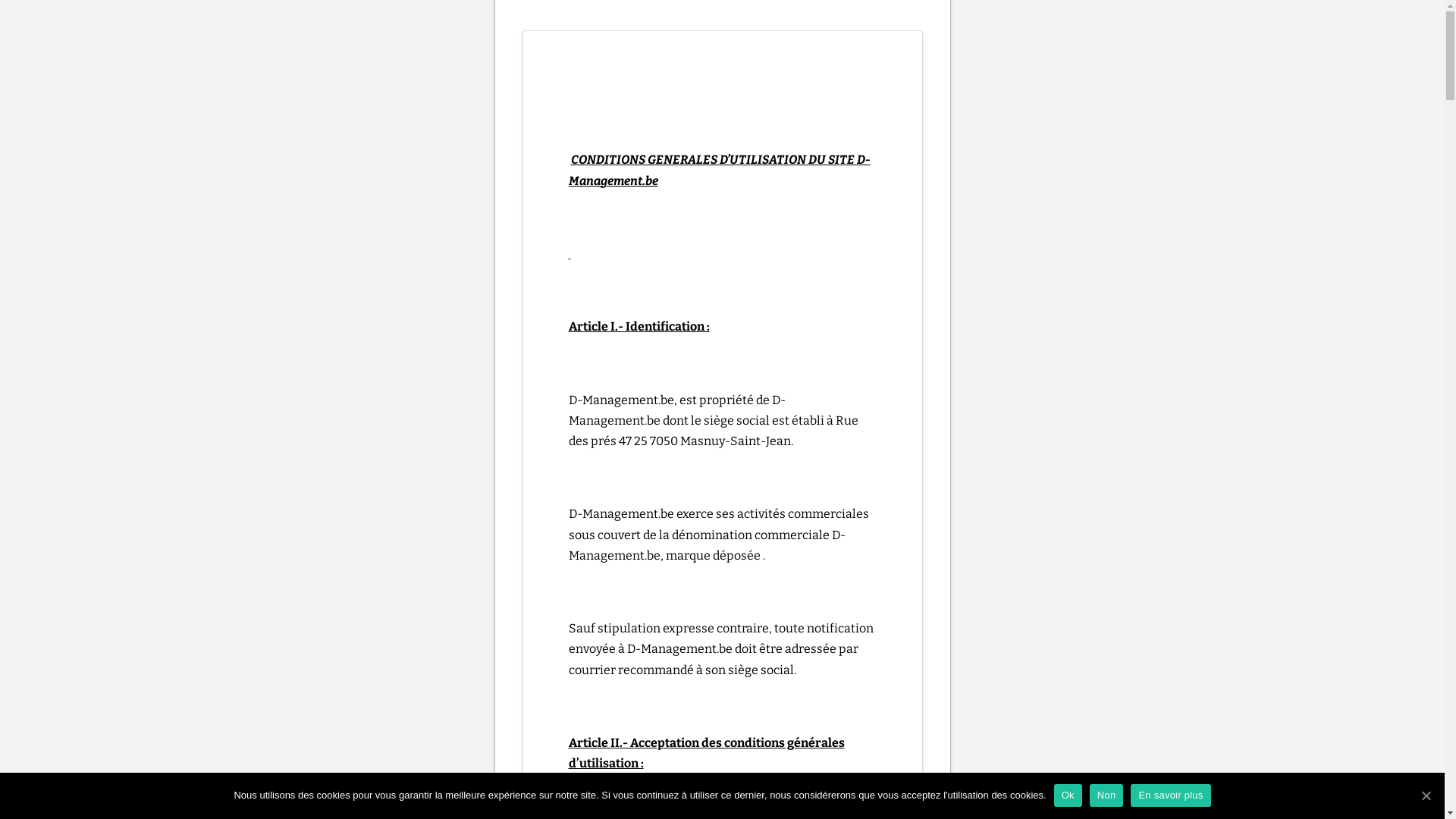  I want to click on 'En savoir plus', so click(1169, 795).